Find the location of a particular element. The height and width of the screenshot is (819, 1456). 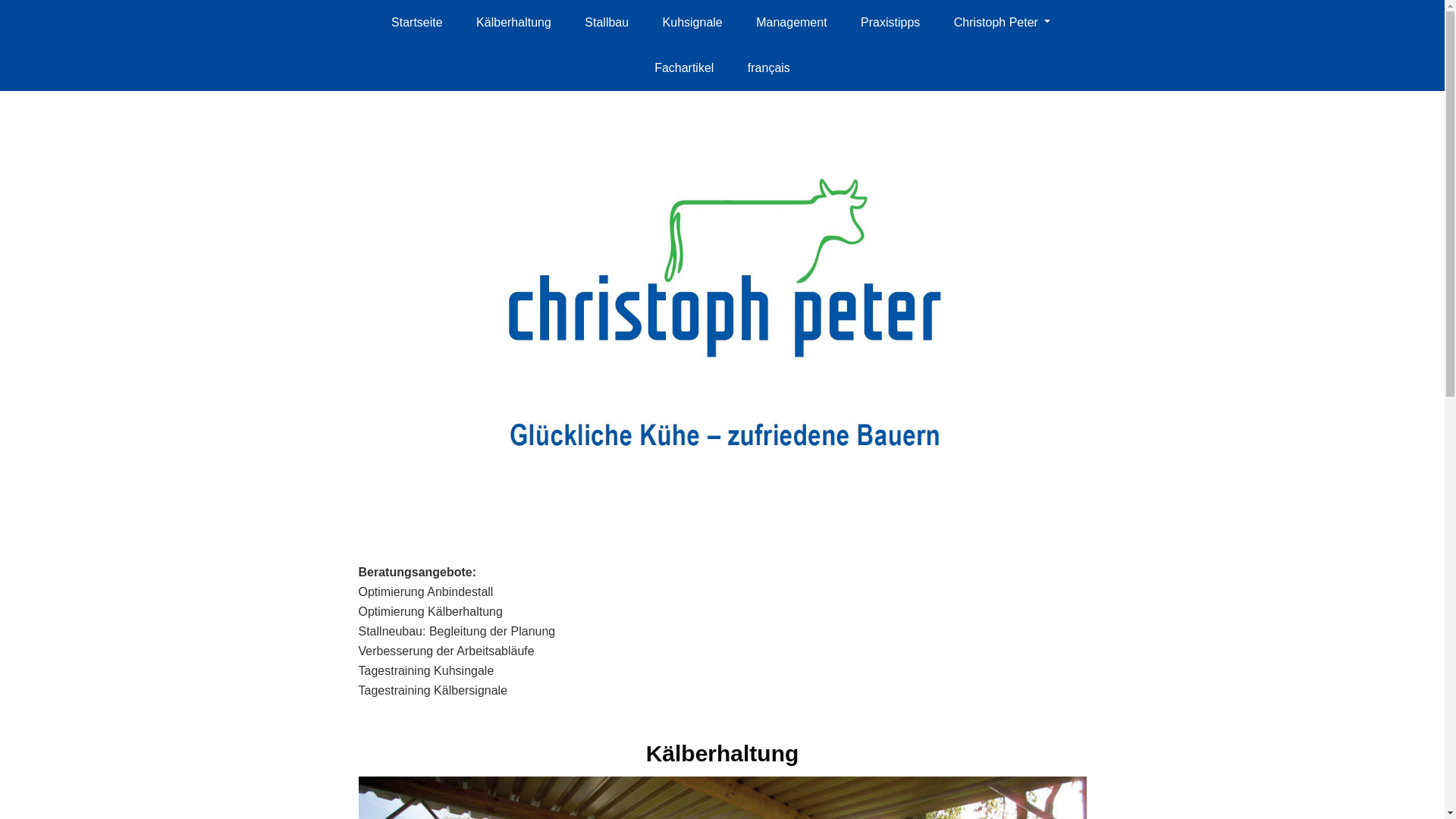

'Kuhsignale' is located at coordinates (692, 23).